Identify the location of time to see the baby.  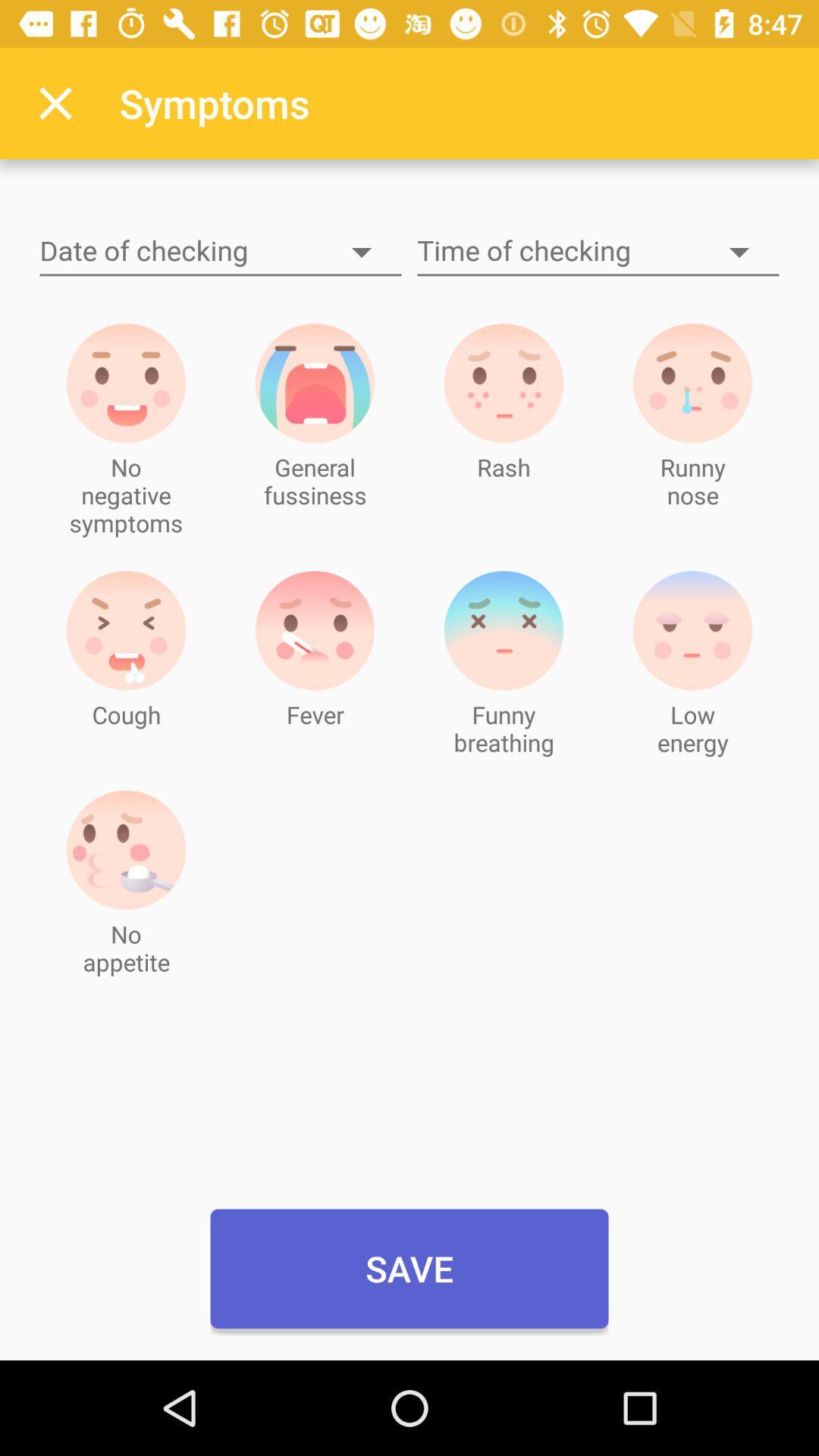
(598, 252).